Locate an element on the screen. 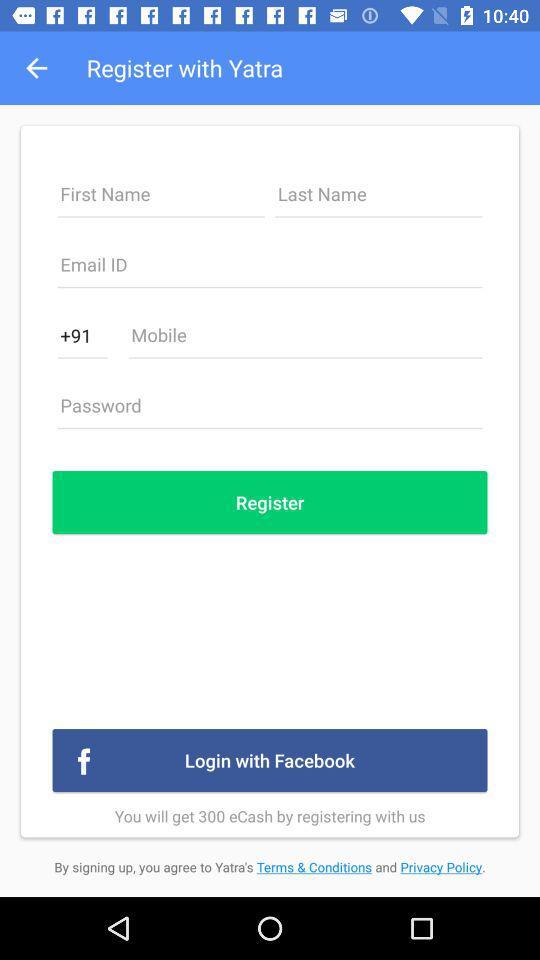 This screenshot has height=960, width=540. mobile number is located at coordinates (305, 340).